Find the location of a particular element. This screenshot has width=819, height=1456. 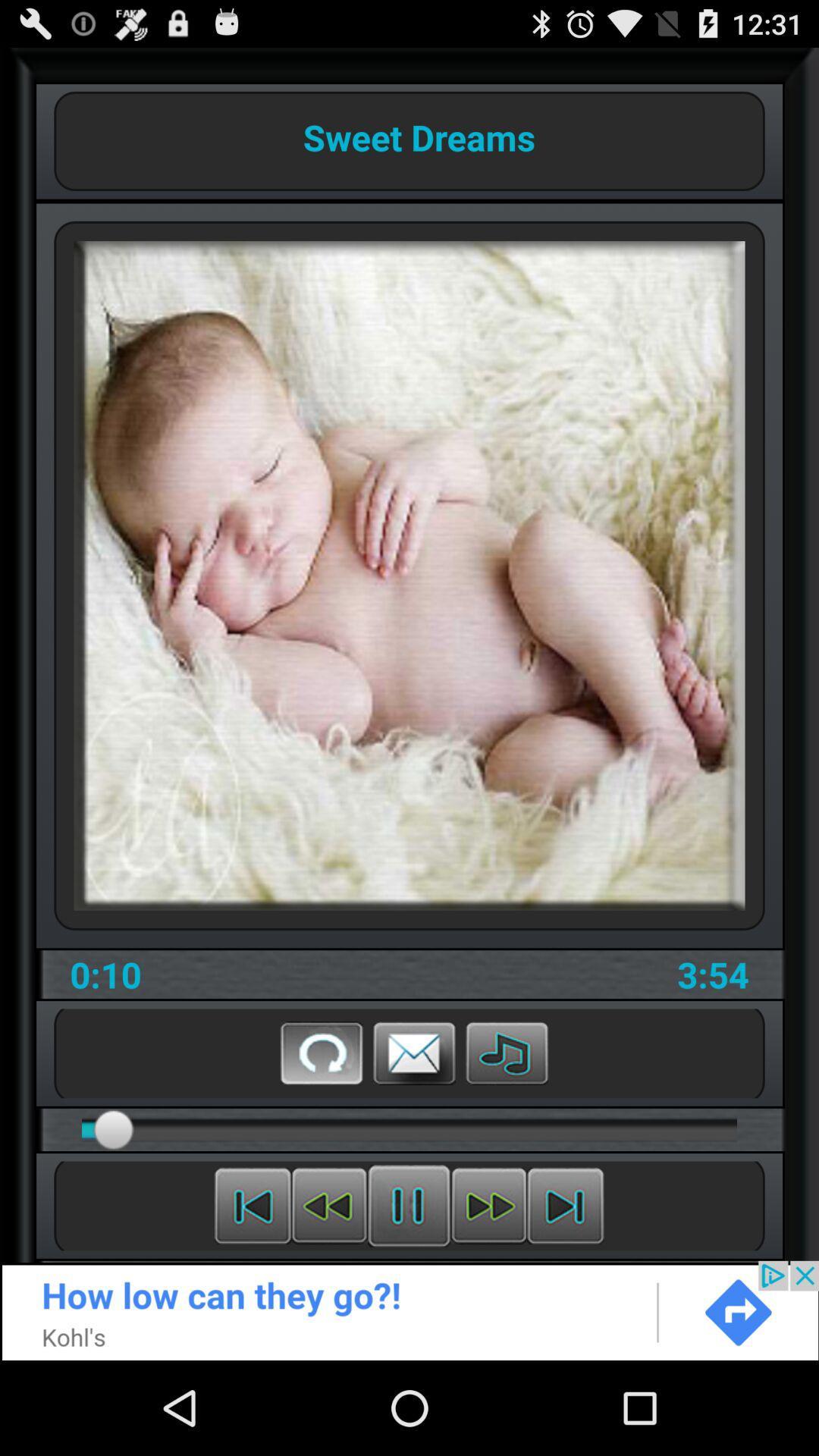

to start music is located at coordinates (507, 1052).